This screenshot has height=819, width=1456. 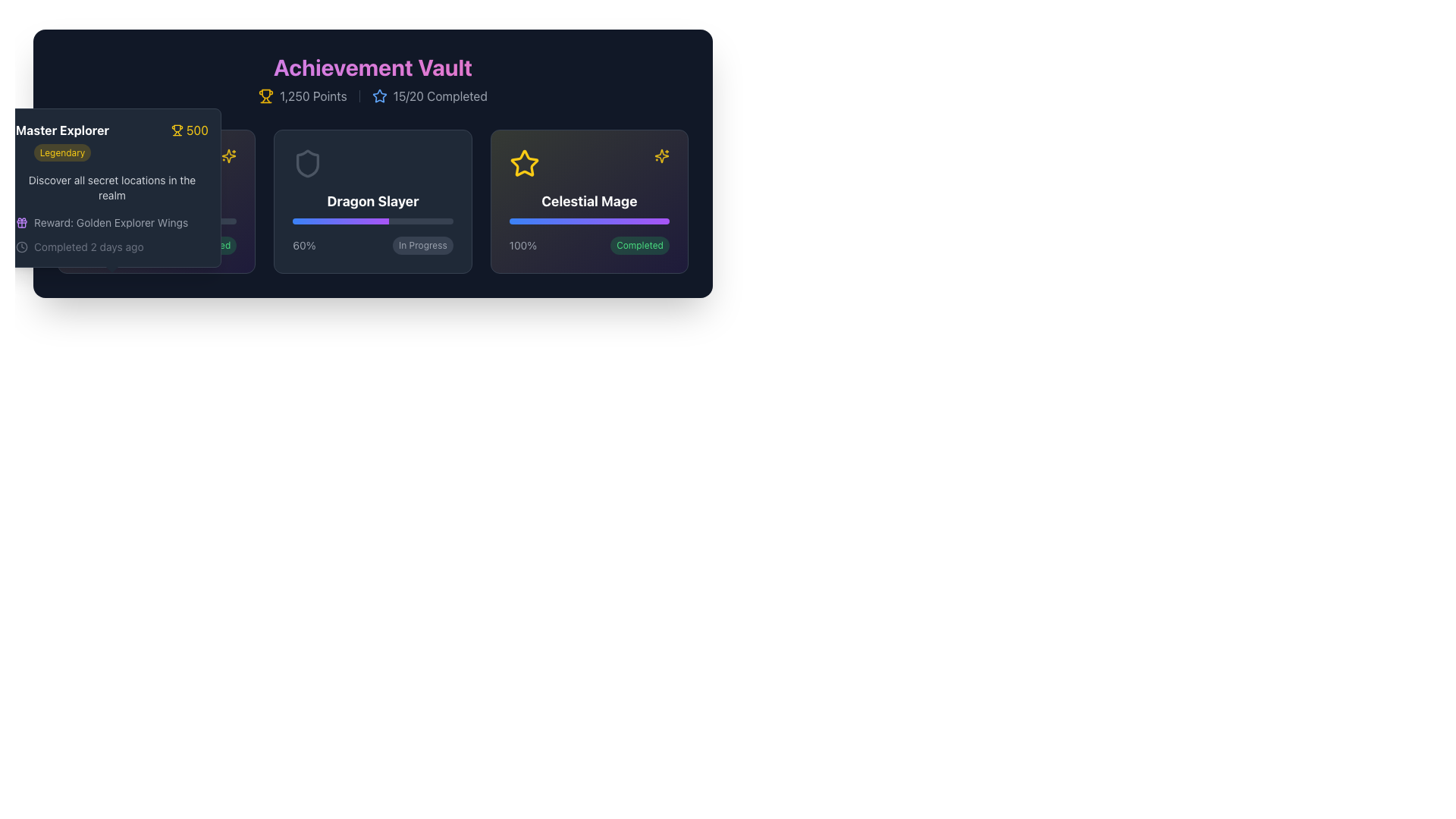 I want to click on the 'Master Explorer' achievement card located in the 'Achievement Vault' section, which is the first card in a group of three, positioned on the leftmost side, so click(x=156, y=201).